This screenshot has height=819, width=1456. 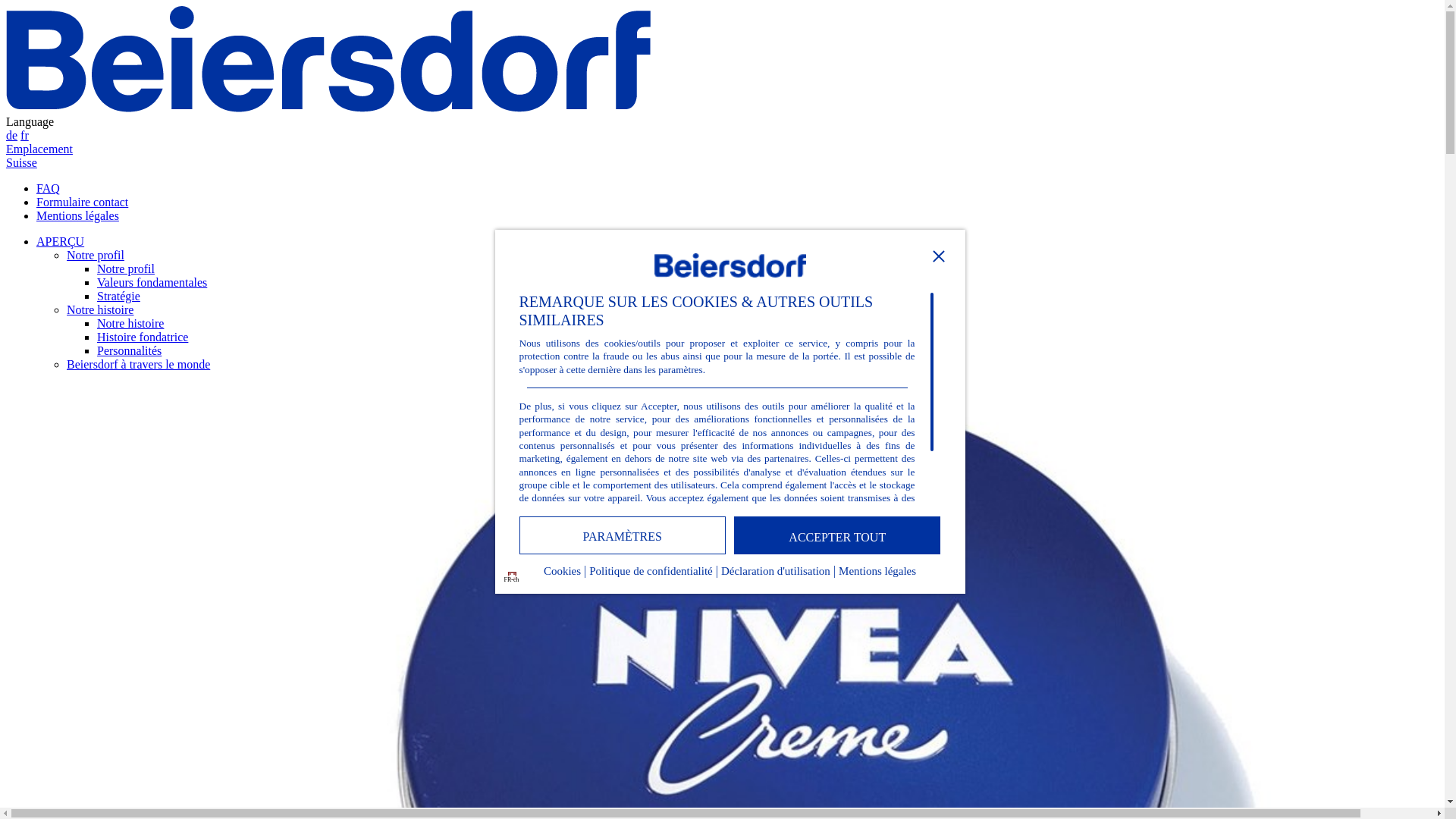 I want to click on 'Notre profil', so click(x=126, y=268).